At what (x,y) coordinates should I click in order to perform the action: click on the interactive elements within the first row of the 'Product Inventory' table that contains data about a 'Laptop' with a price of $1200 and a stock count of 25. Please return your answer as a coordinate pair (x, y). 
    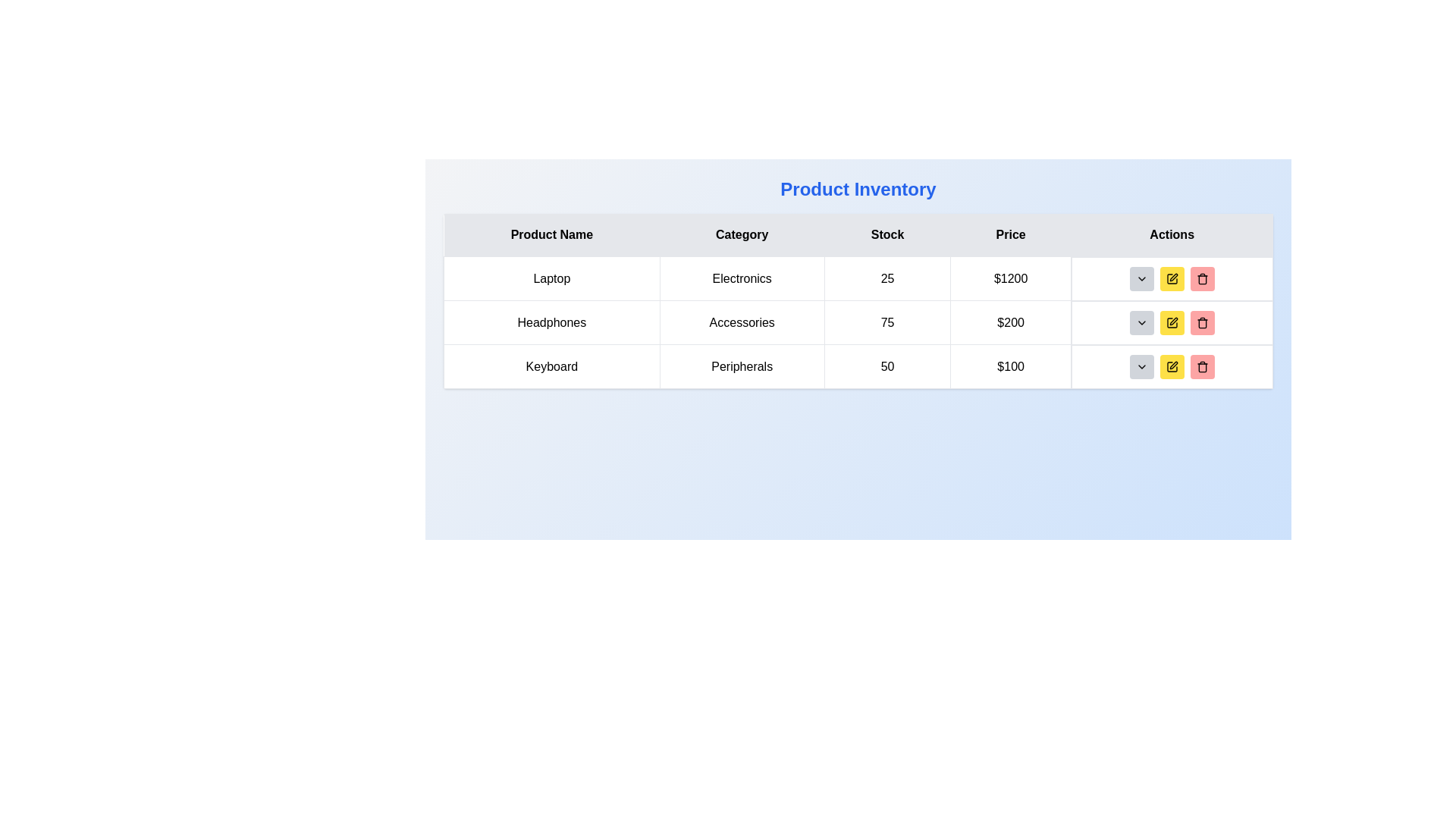
    Looking at the image, I should click on (858, 278).